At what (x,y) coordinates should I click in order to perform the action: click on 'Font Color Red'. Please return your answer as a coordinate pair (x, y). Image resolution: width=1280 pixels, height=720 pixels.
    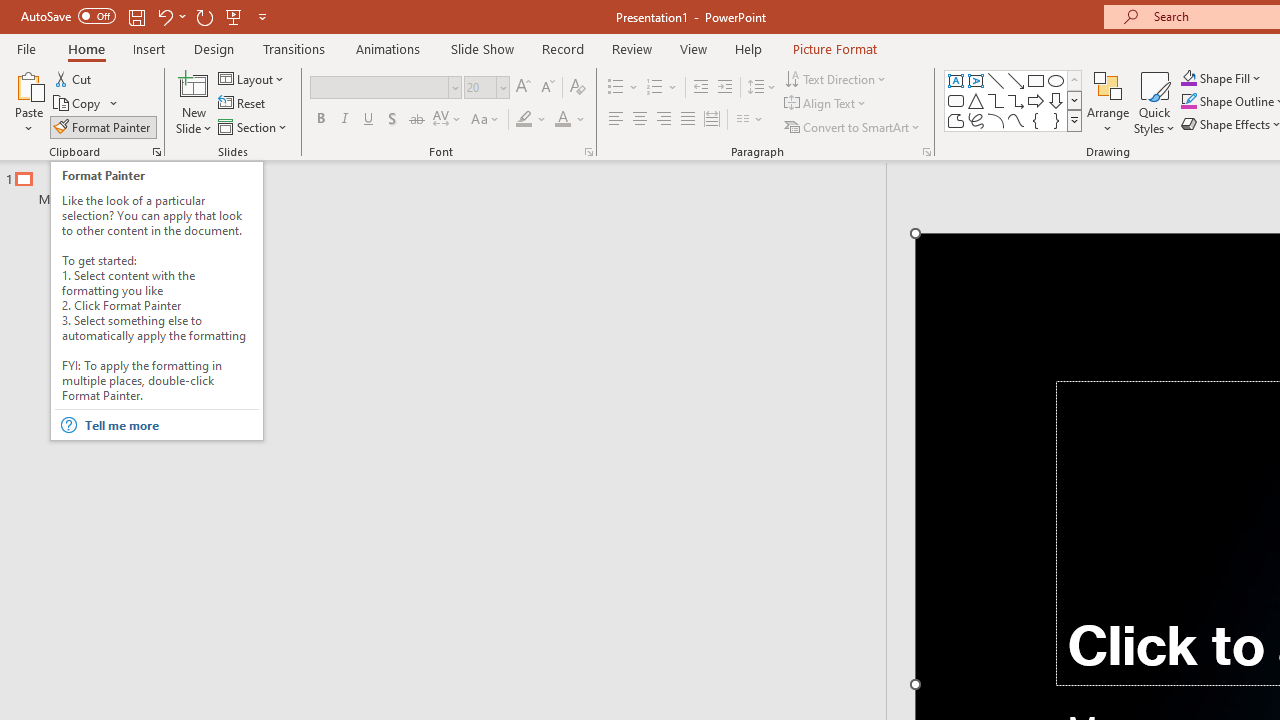
    Looking at the image, I should click on (561, 119).